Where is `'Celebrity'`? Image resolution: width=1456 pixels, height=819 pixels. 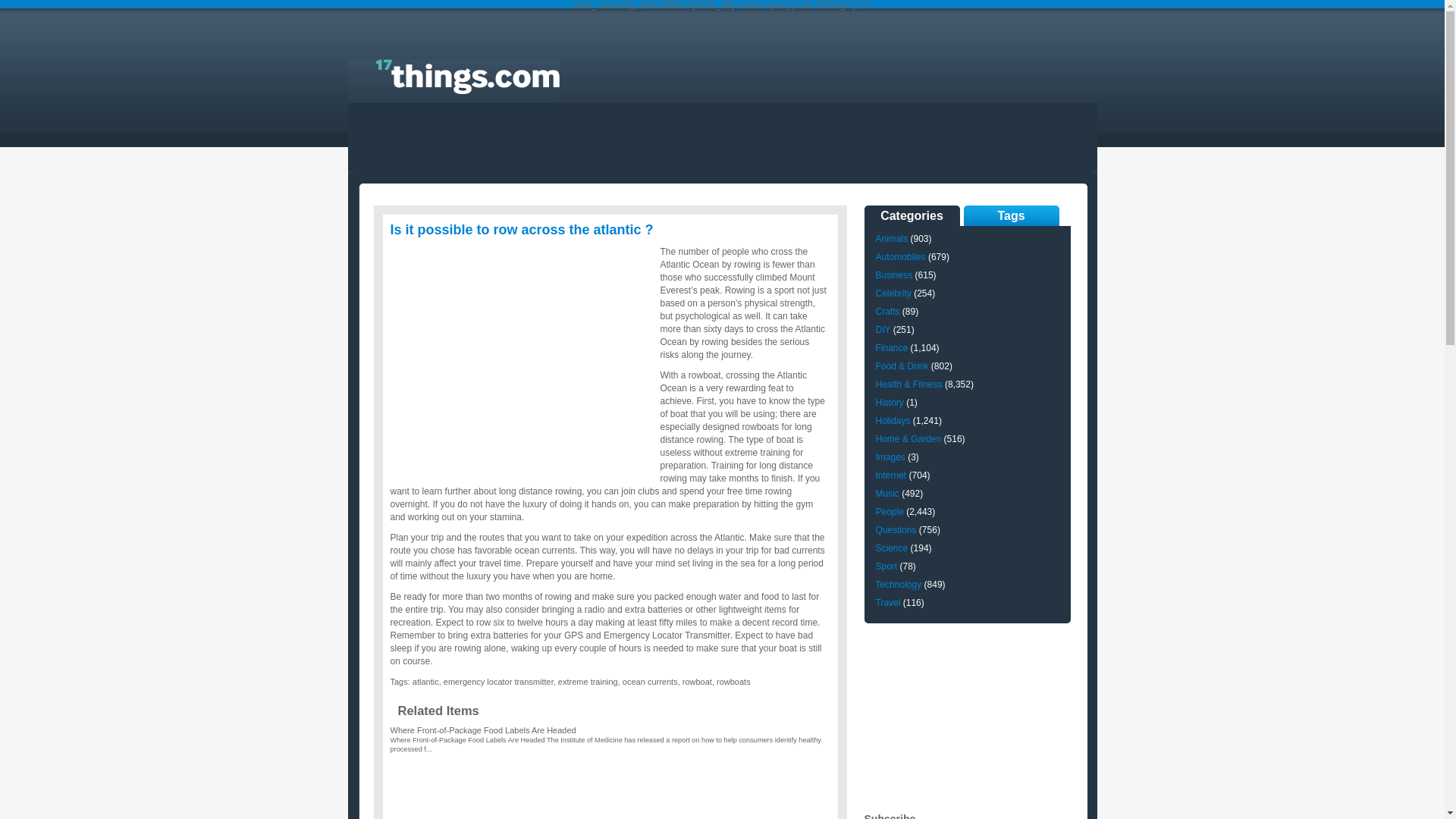
'Celebrity' is located at coordinates (893, 293).